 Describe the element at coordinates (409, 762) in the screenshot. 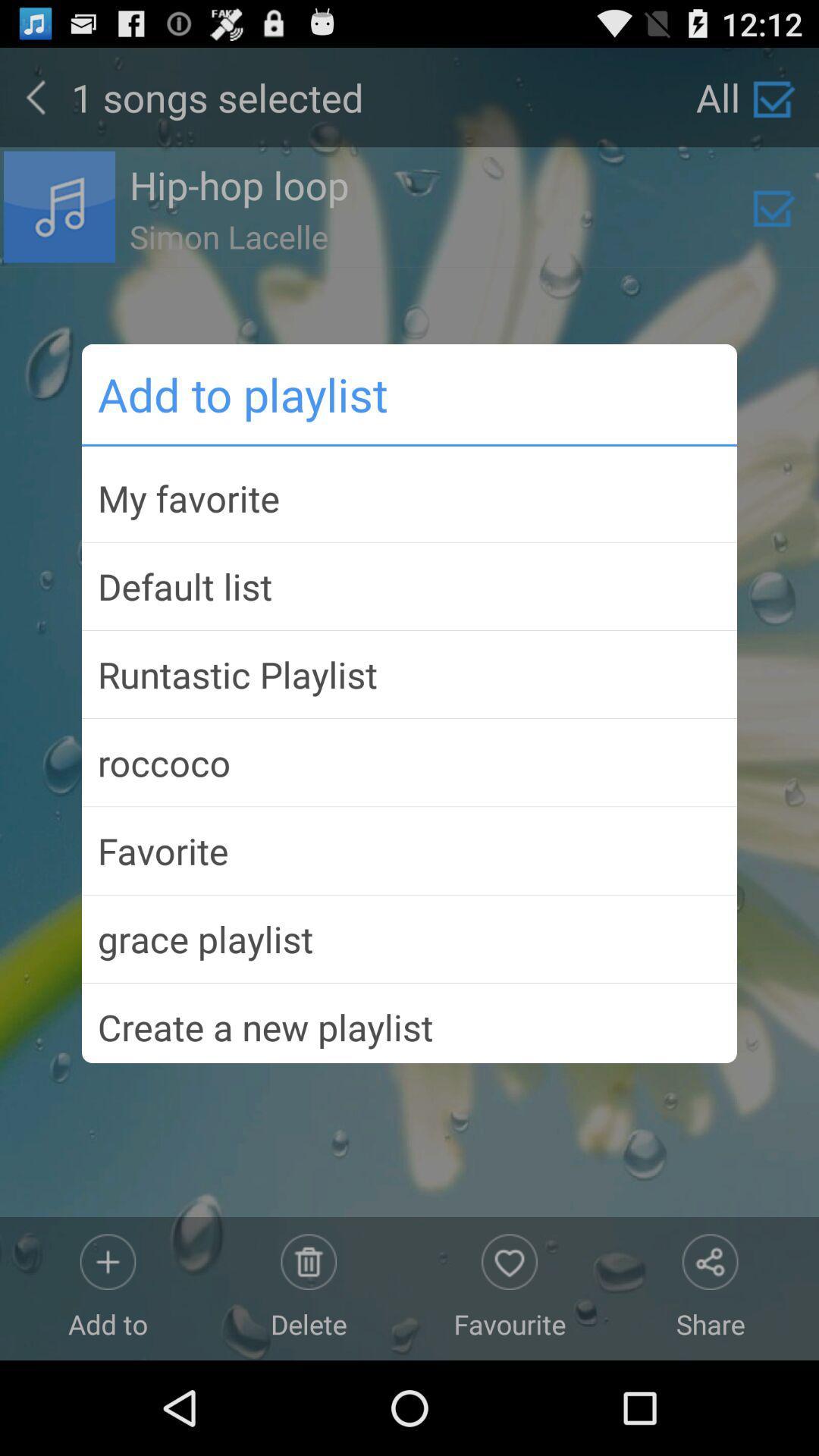

I see `the roccoco` at that location.